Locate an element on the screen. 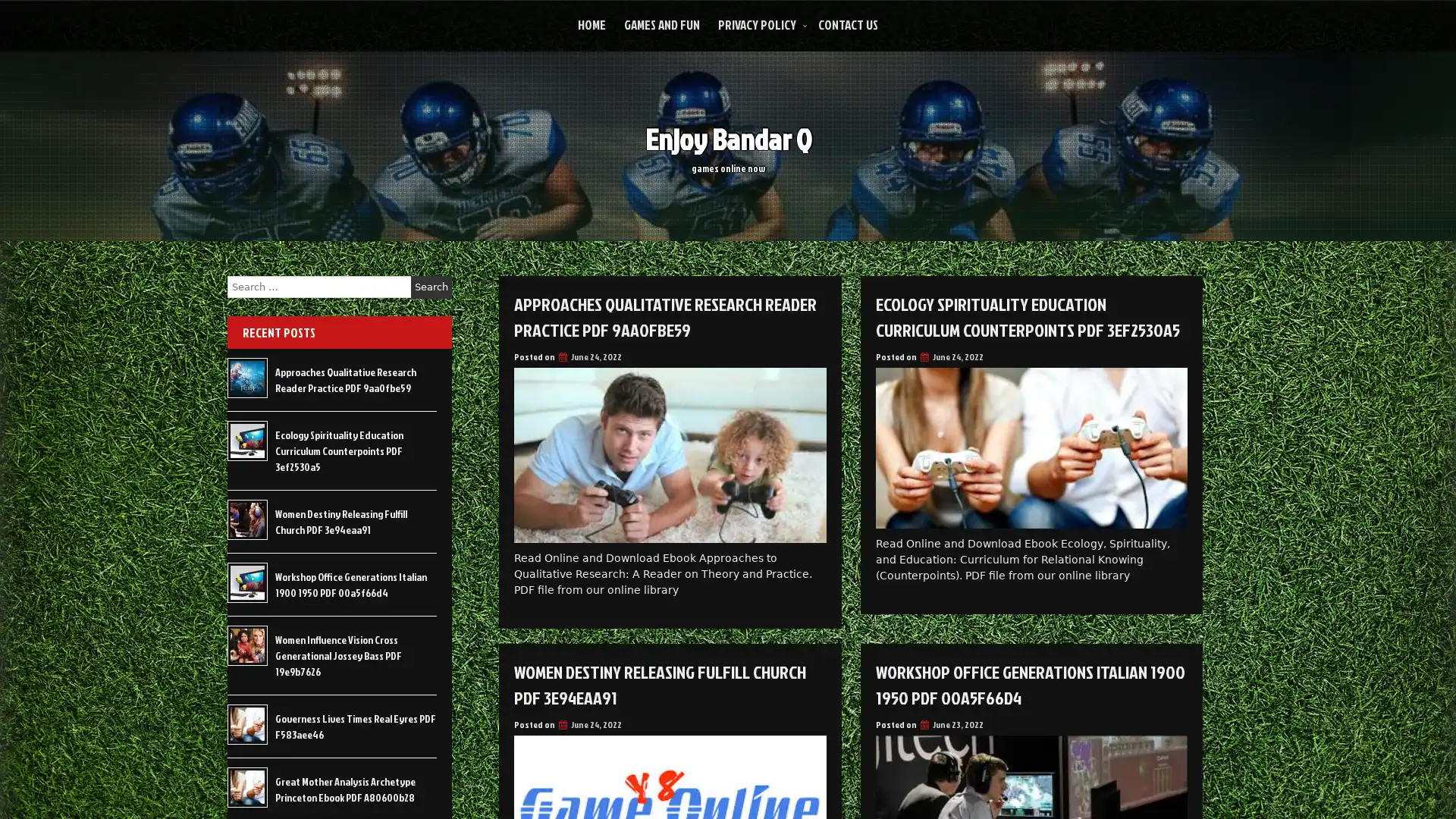 The width and height of the screenshot is (1456, 819). Search is located at coordinates (431, 287).